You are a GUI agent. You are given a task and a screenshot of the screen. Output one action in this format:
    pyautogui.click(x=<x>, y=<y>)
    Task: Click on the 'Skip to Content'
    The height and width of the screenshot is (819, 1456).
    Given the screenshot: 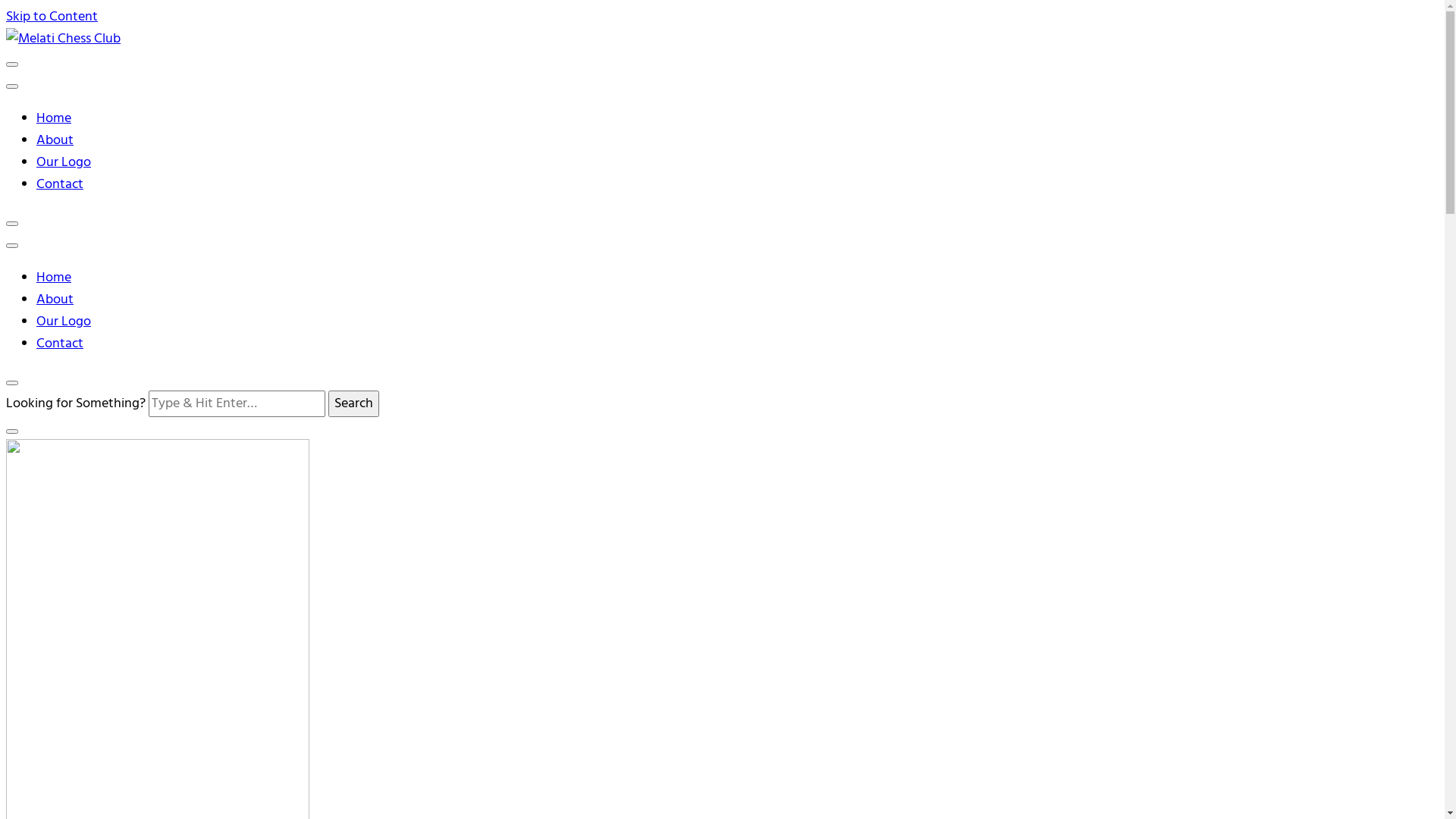 What is the action you would take?
    pyautogui.click(x=52, y=17)
    